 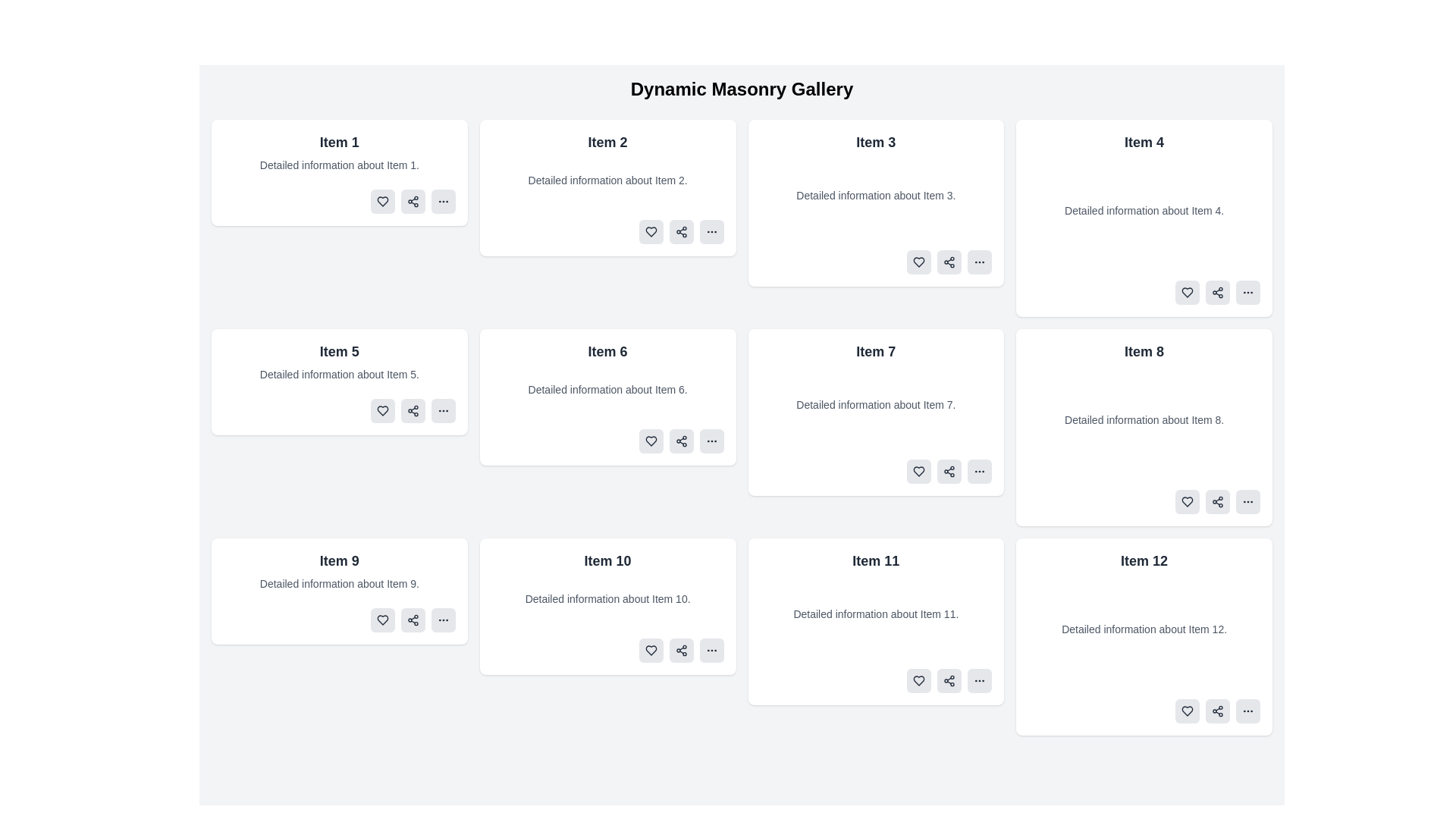 What do you see at coordinates (680, 231) in the screenshot?
I see `the 'share' icon button, which is a small icon styled as a triple-circle connected by lines, located in the bottom right corner of the 'Item 2' card` at bounding box center [680, 231].